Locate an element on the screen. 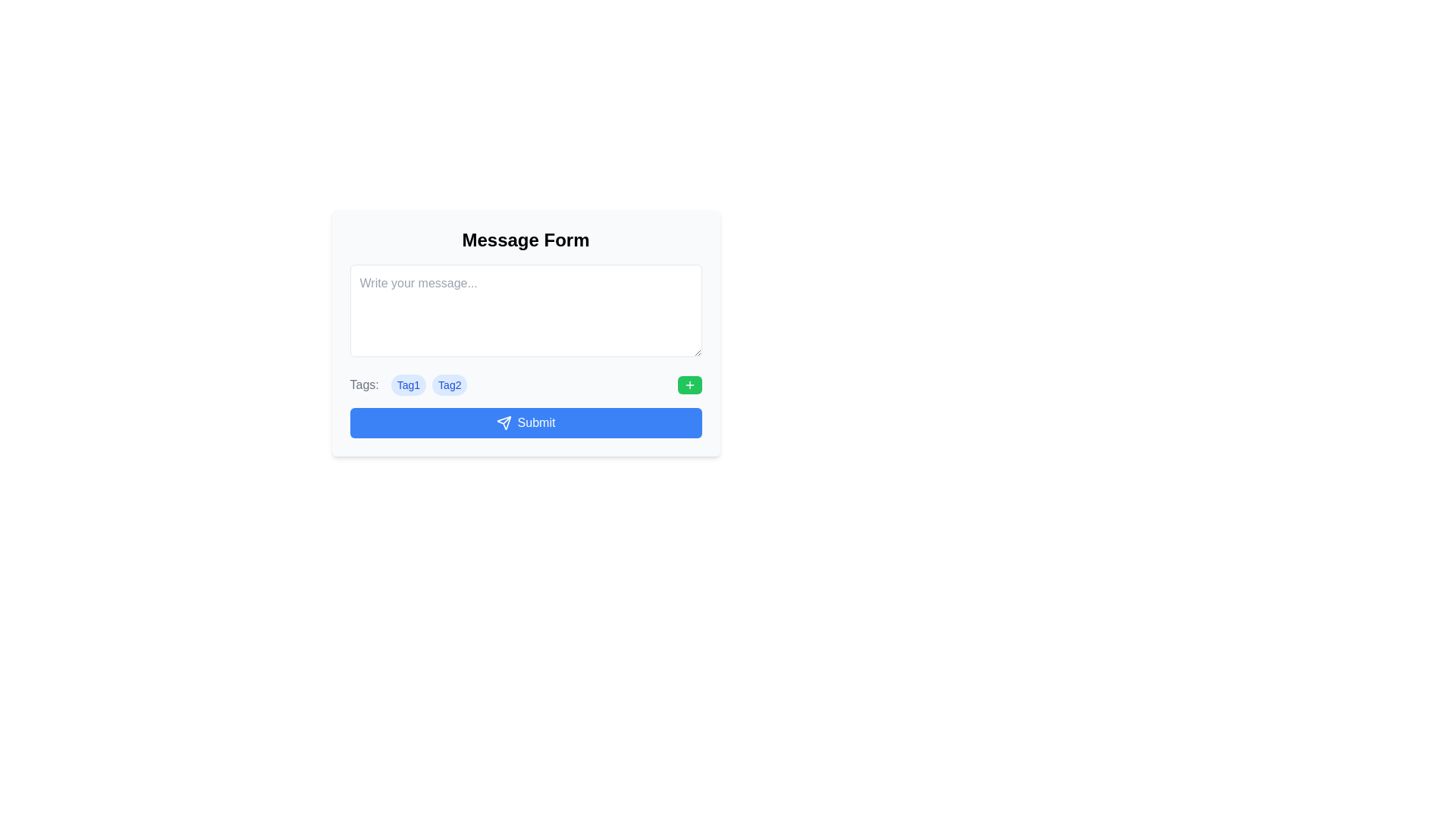 This screenshot has width=1456, height=819. the second tag displayed below the label 'Tags:', positioned immediately to the right of 'Tag1' is located at coordinates (449, 384).